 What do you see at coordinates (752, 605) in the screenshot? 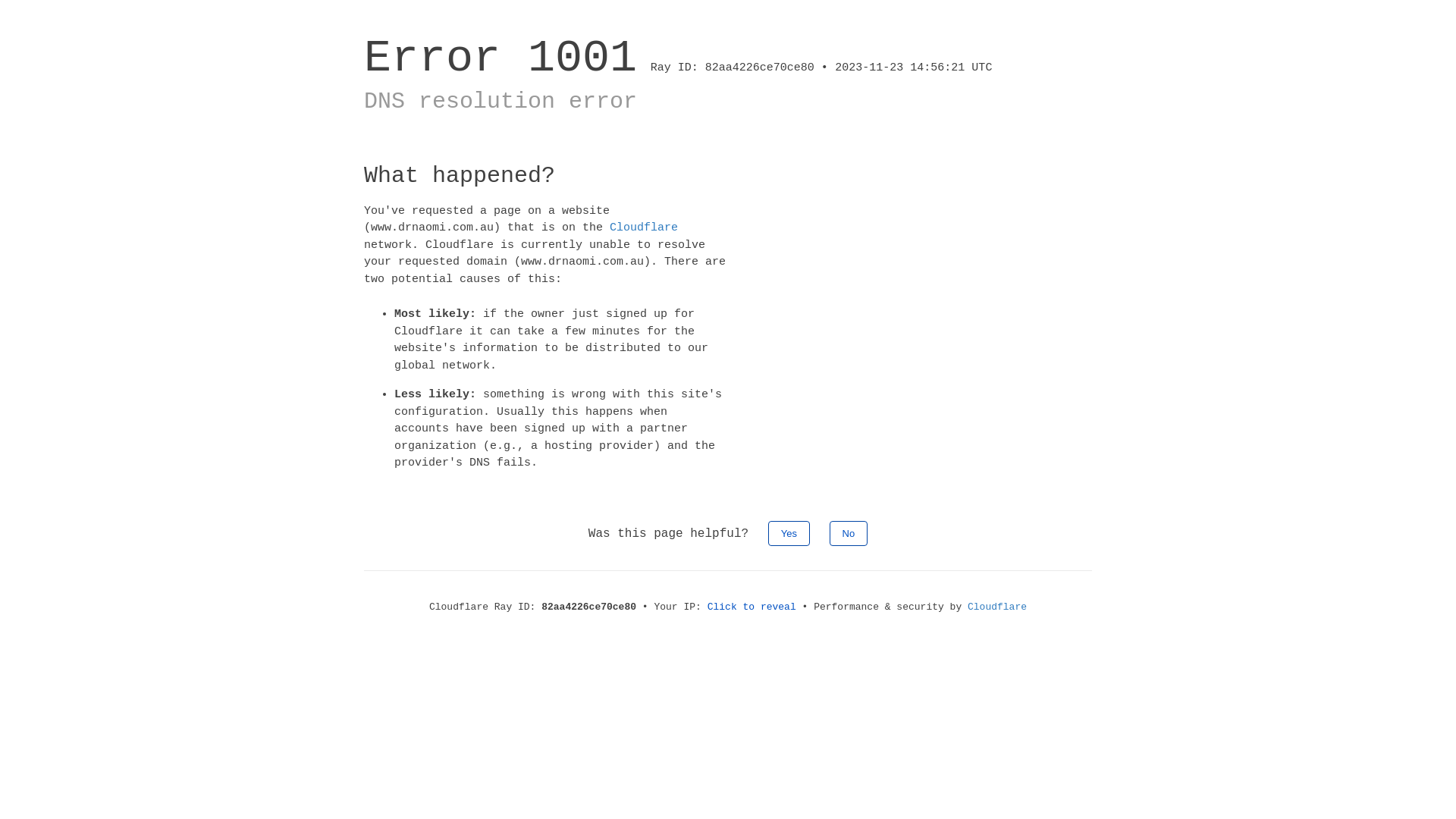
I see `'Click to reveal'` at bounding box center [752, 605].